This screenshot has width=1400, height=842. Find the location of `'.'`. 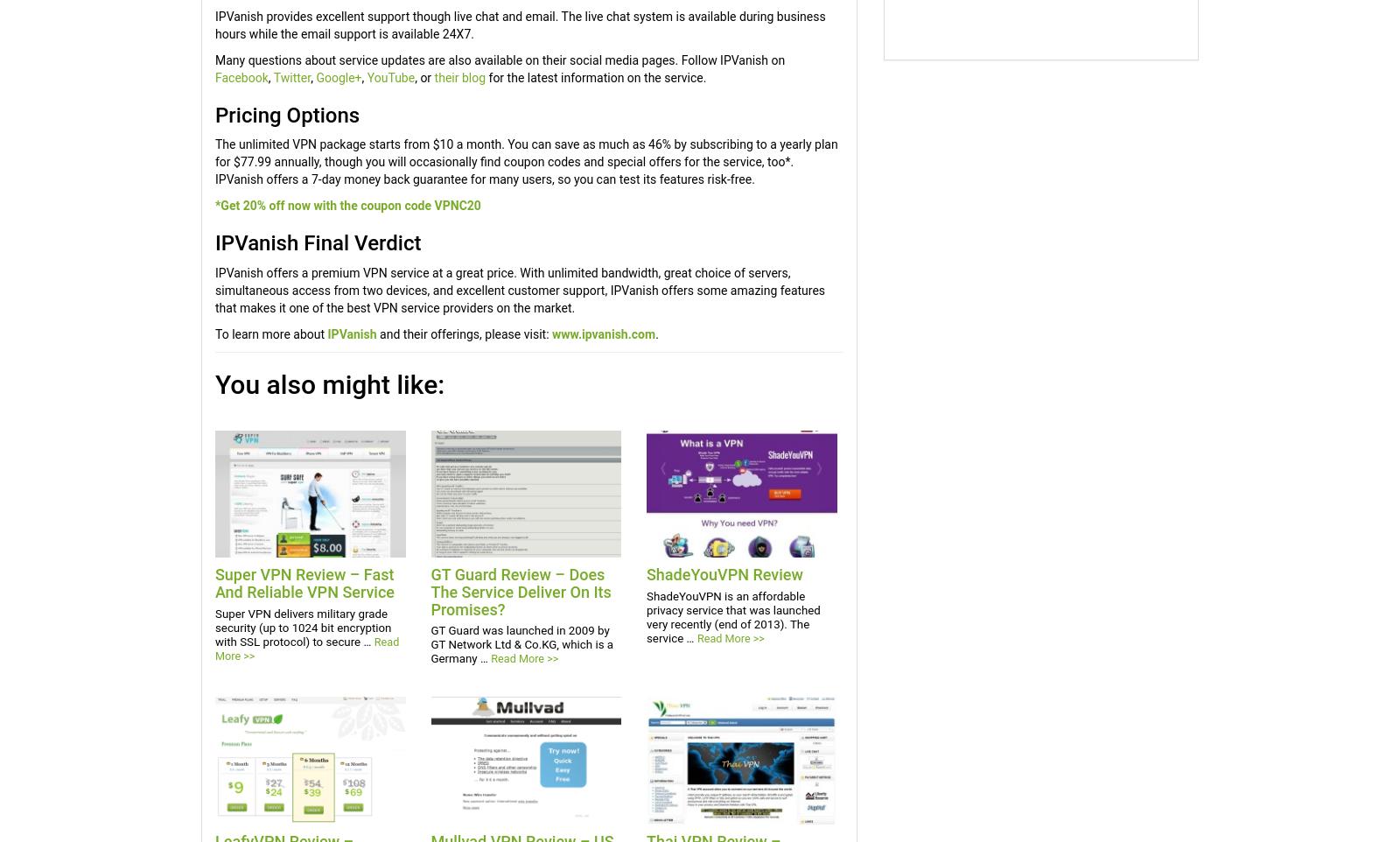

'.' is located at coordinates (656, 333).